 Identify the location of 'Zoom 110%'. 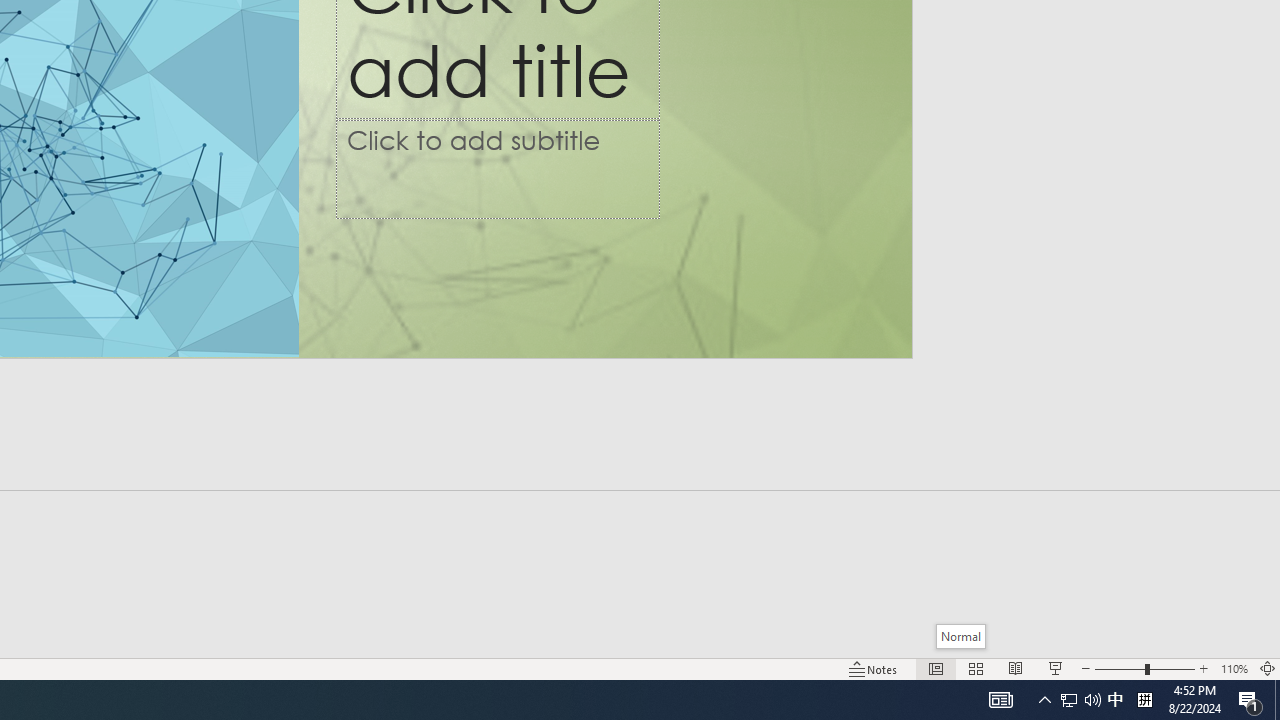
(1233, 669).